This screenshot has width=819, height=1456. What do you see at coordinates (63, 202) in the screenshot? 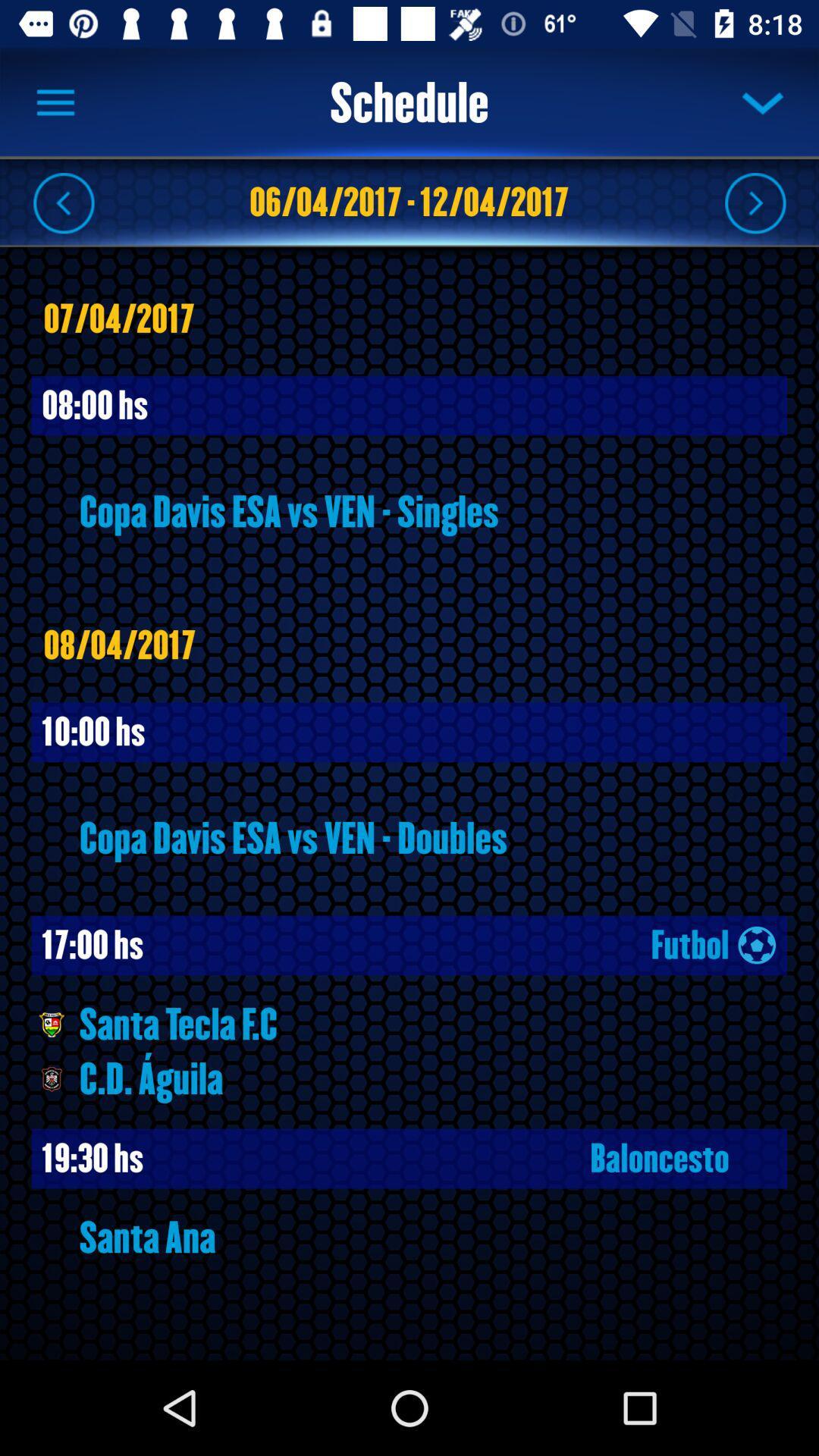
I see `back button` at bounding box center [63, 202].